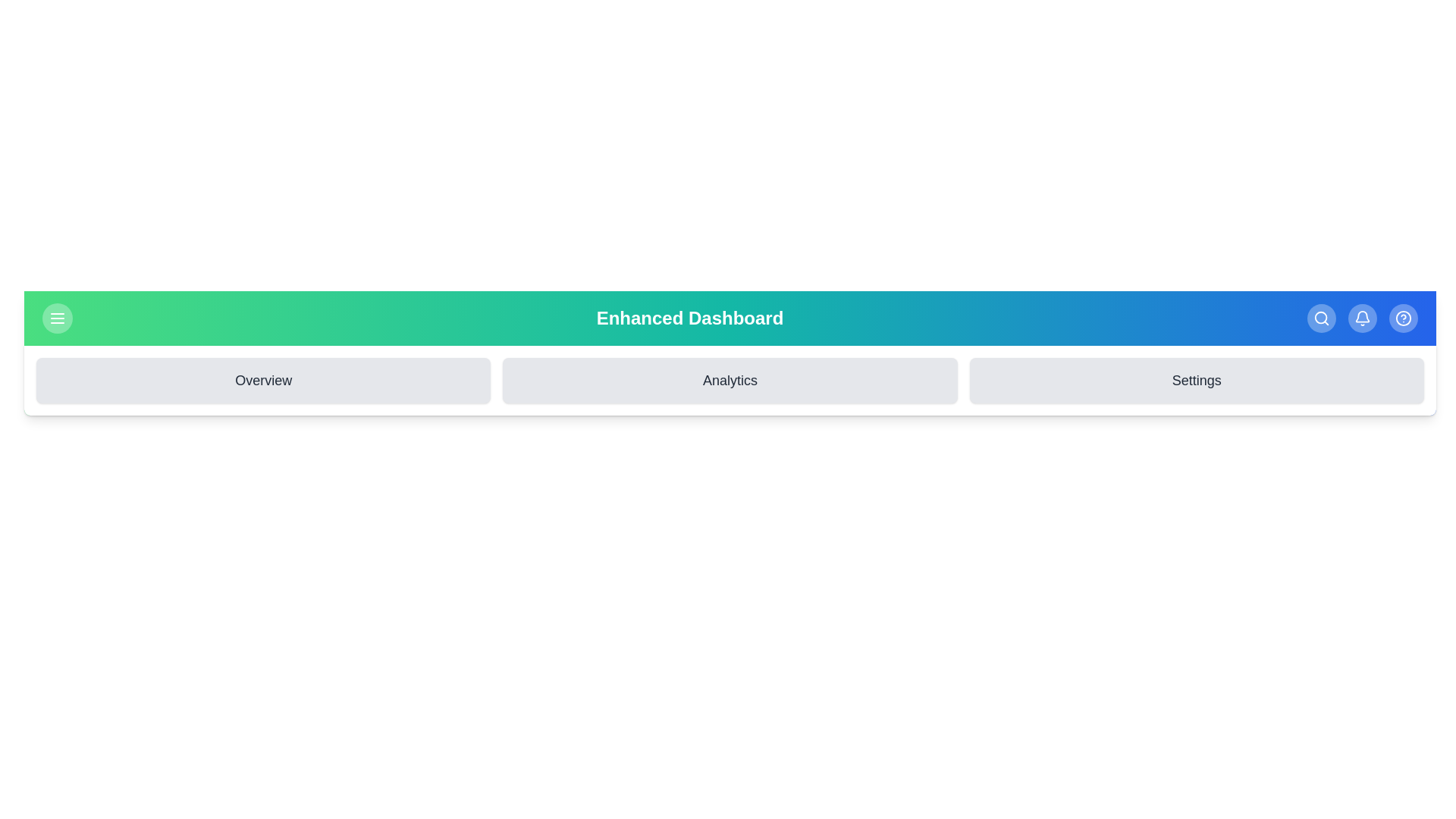  I want to click on the 'HelpCircle' button to access help or information, so click(1403, 318).